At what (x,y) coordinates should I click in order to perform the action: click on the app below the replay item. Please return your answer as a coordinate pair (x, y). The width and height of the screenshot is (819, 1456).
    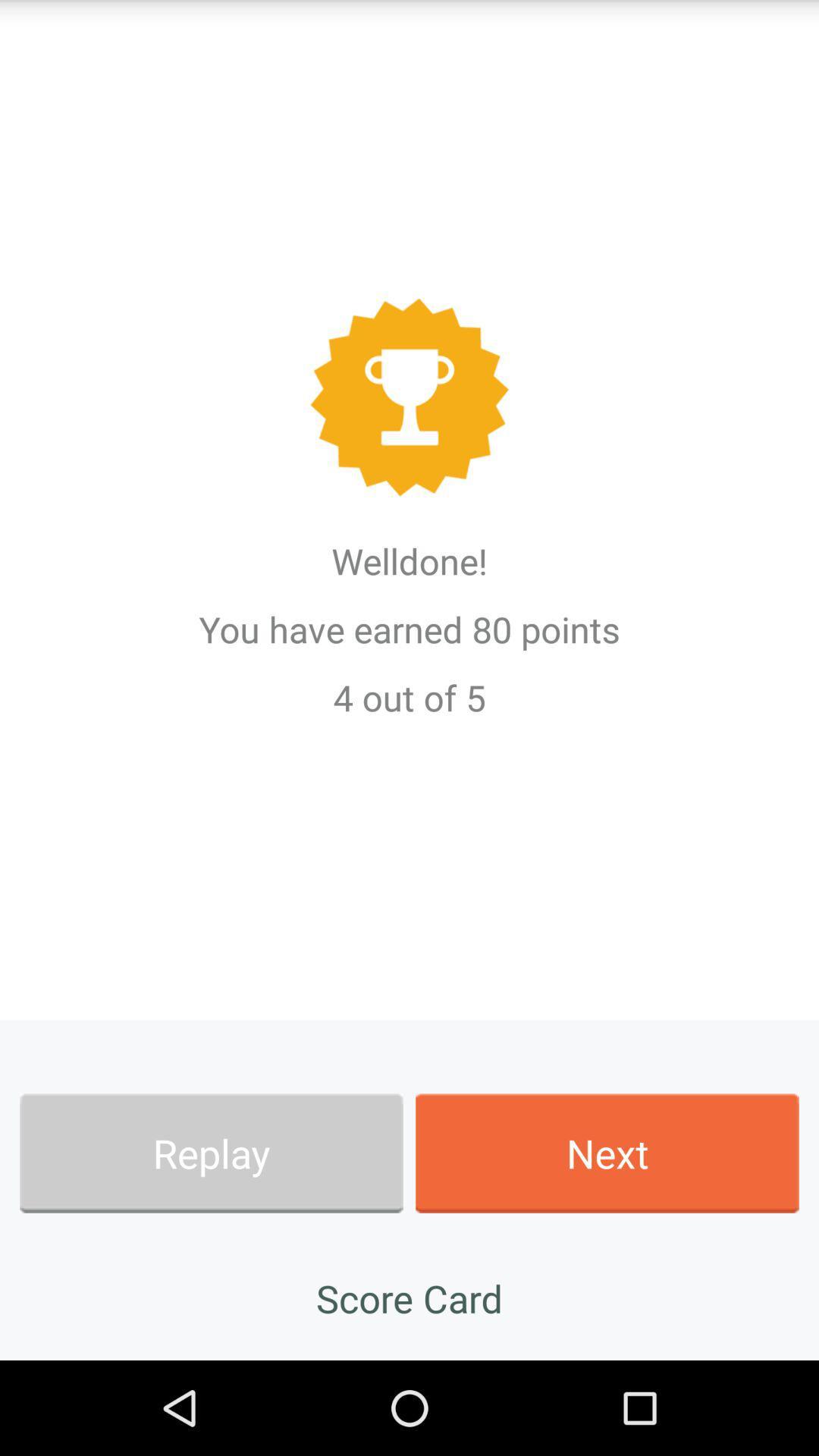
    Looking at the image, I should click on (409, 1298).